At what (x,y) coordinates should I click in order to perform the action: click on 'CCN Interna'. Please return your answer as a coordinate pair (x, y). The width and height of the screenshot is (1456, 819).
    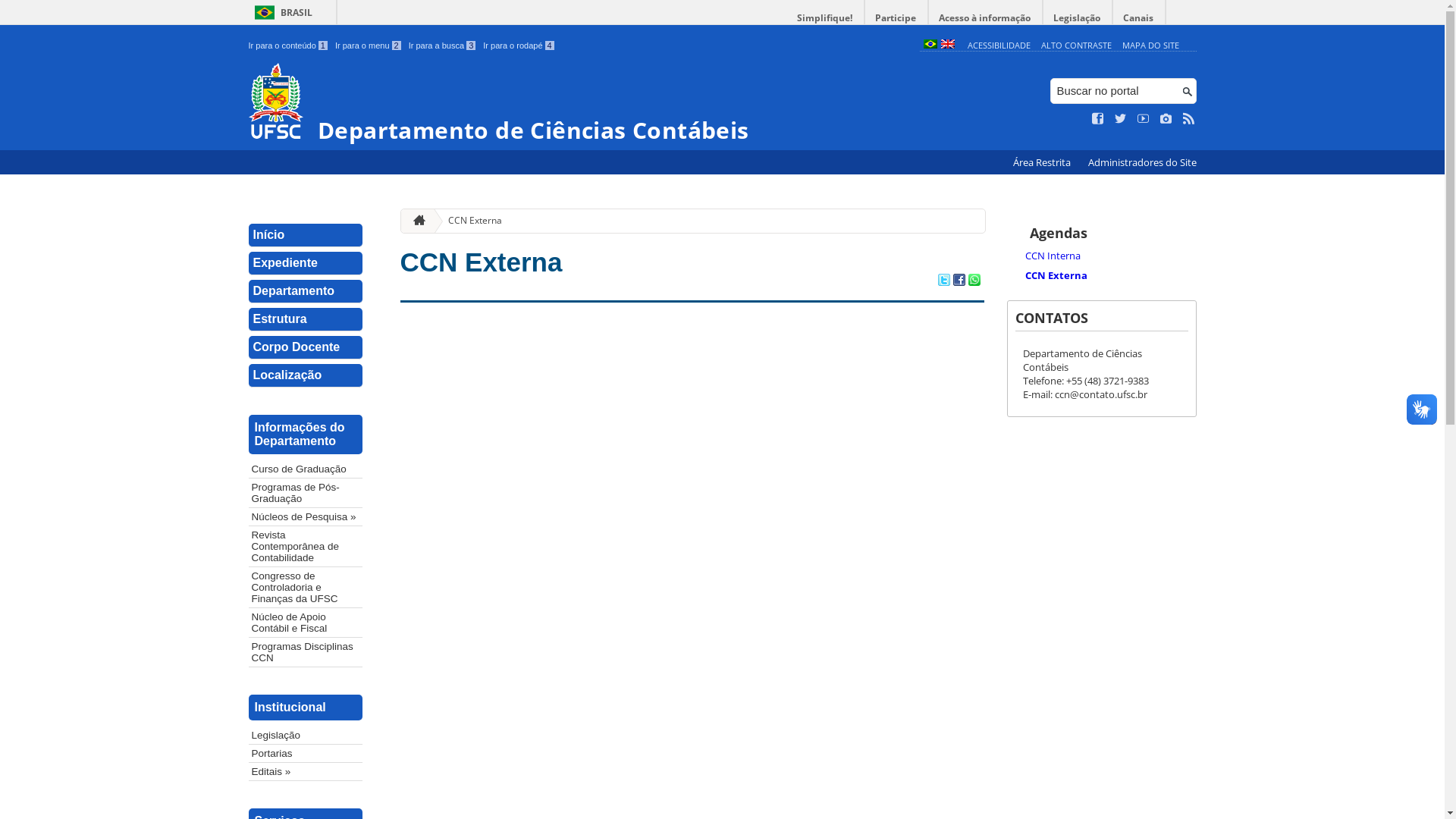
    Looking at the image, I should click on (1109, 254).